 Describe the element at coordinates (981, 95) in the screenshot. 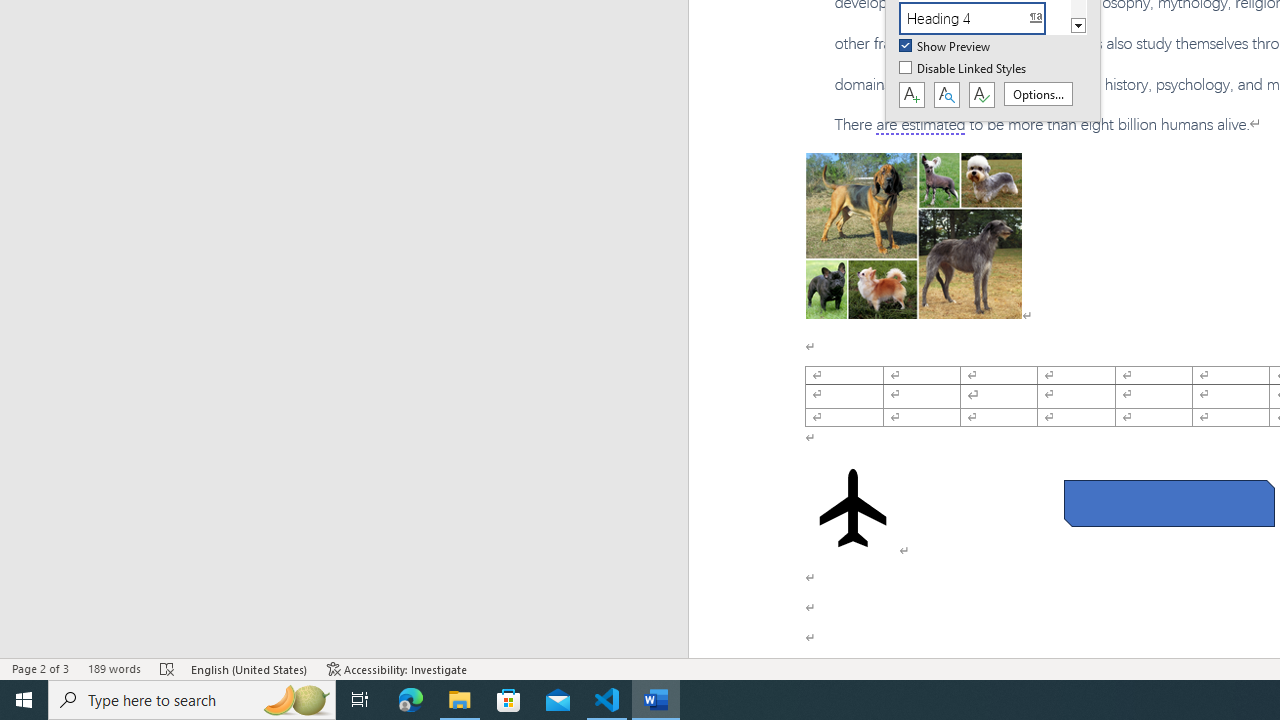

I see `'Class: NetUIButton'` at that location.